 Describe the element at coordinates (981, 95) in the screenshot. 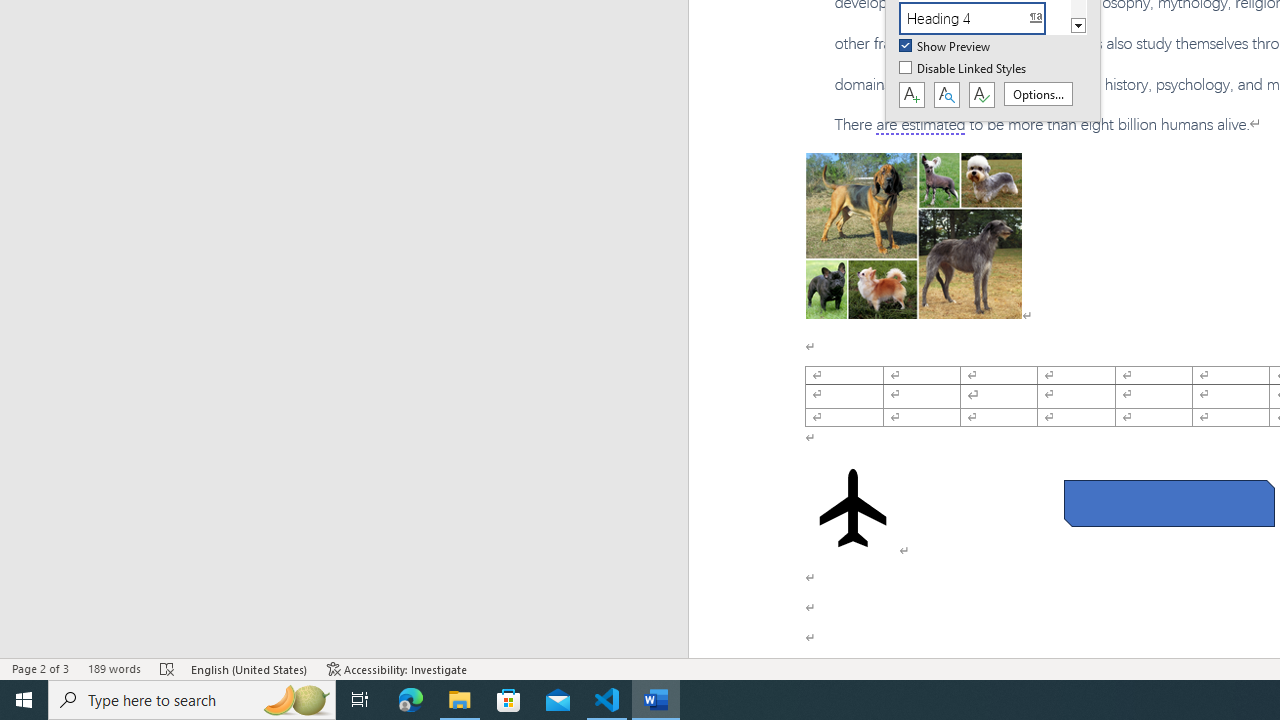

I see `'Class: NetUIButton'` at that location.